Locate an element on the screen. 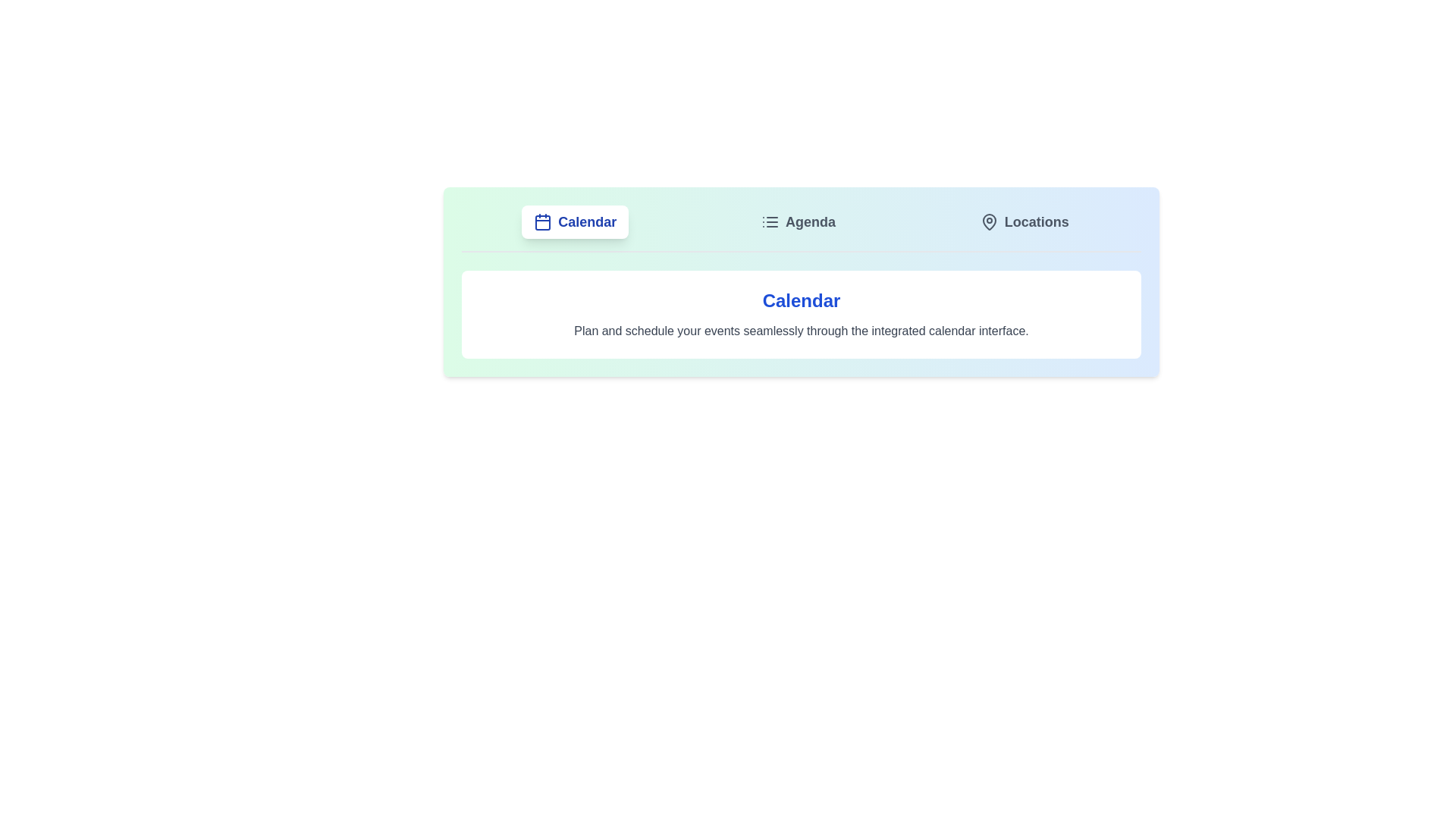 This screenshot has height=819, width=1456. the tab labeled 'Agenda' to observe visual feedback is located at coordinates (797, 222).